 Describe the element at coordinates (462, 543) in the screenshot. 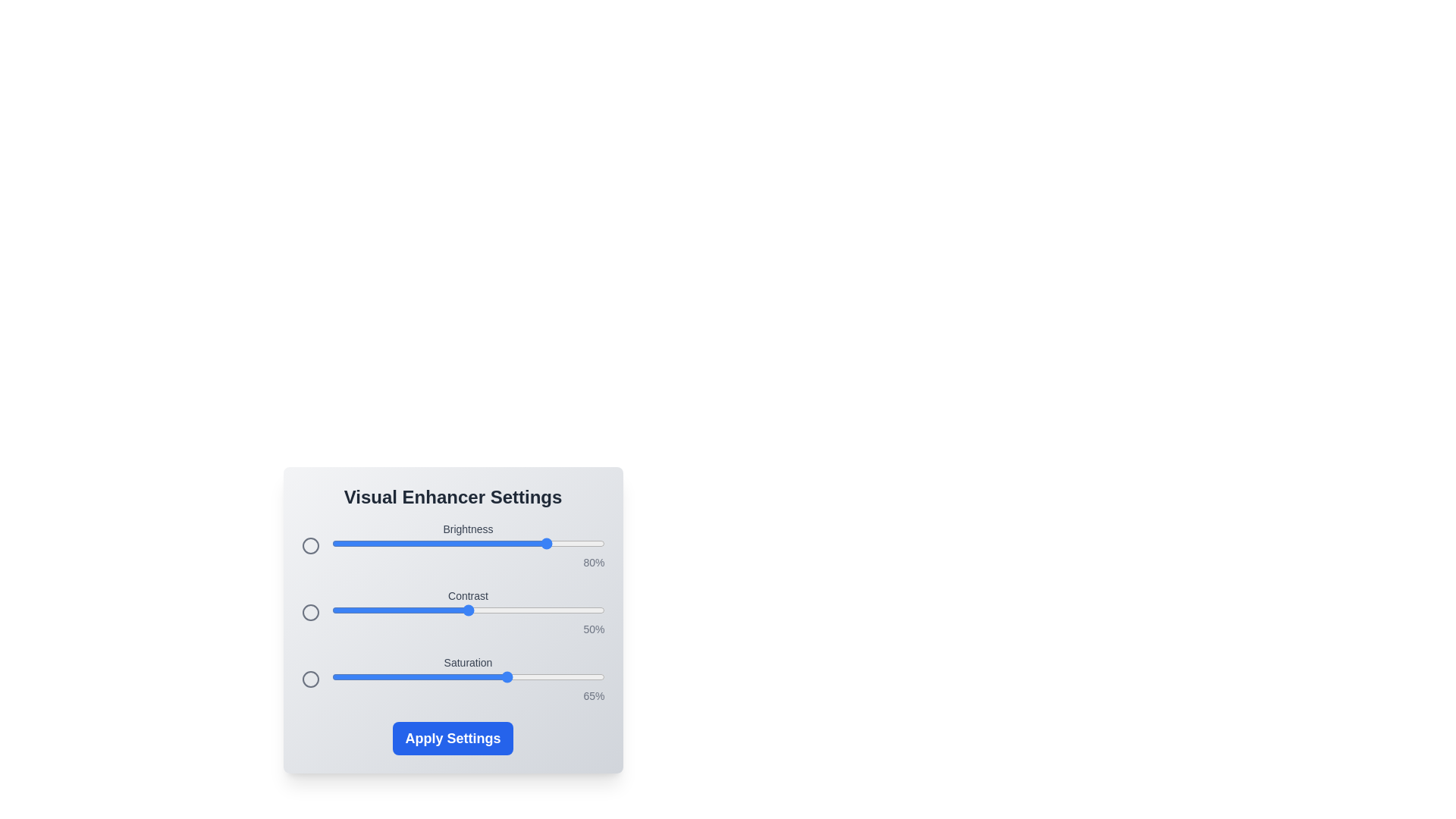

I see `the 0 slider to 48%` at that location.